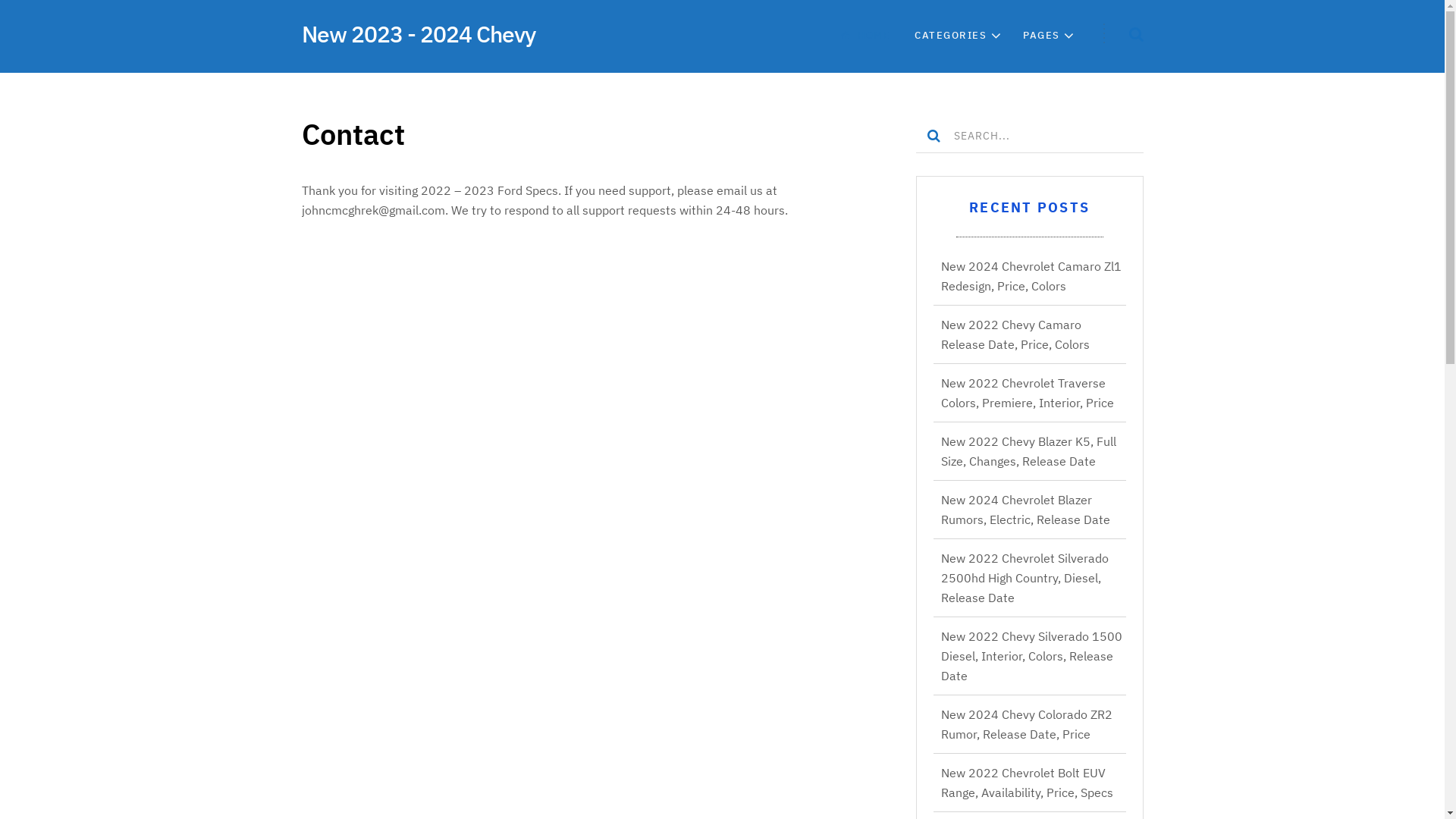 The image size is (1456, 819). What do you see at coordinates (419, 33) in the screenshot?
I see `'New 2023 - 2024 Chevy'` at bounding box center [419, 33].